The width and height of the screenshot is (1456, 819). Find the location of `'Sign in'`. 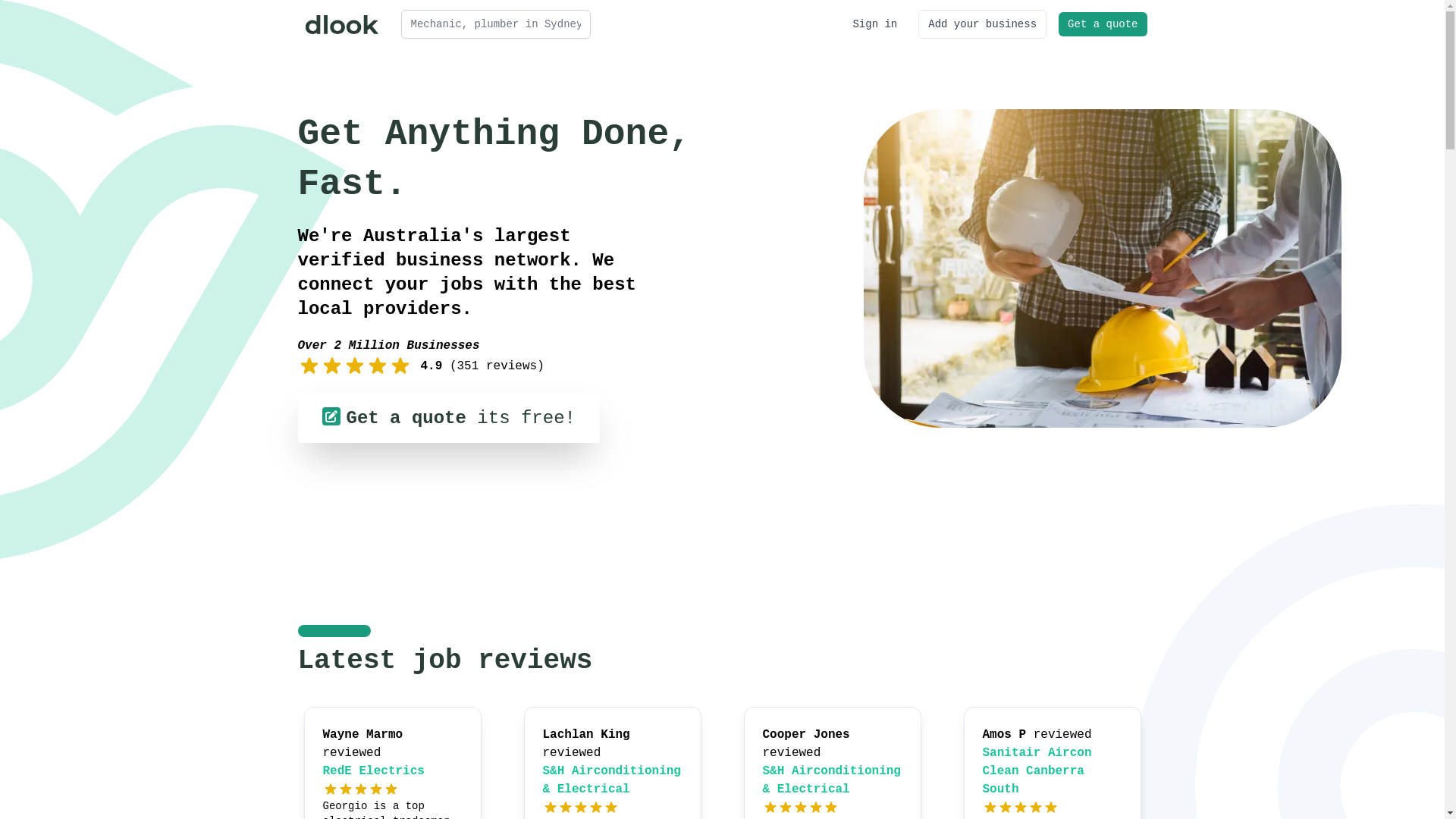

'Sign in' is located at coordinates (874, 24).